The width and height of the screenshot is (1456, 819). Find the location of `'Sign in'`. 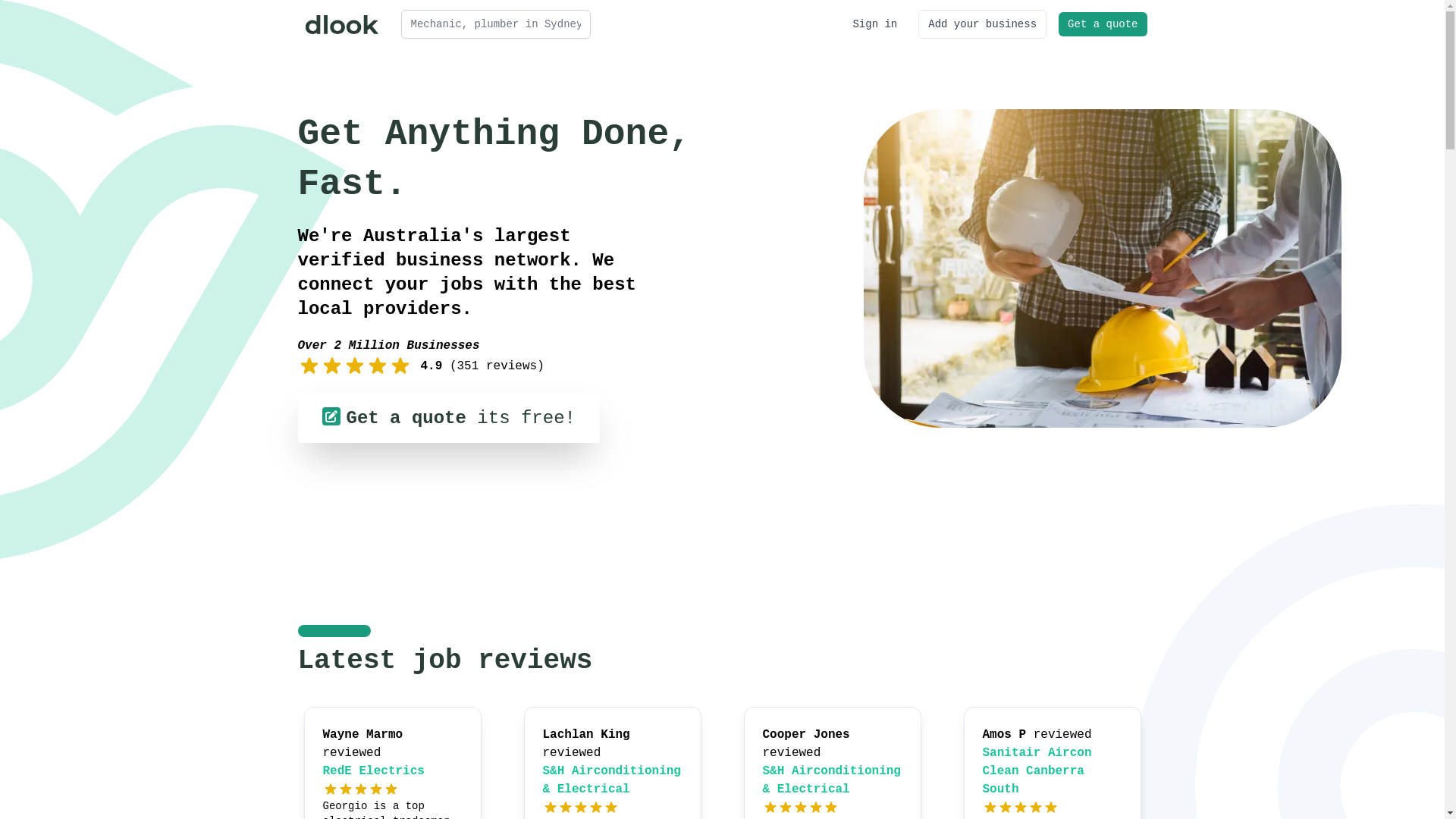

'Sign in' is located at coordinates (874, 24).